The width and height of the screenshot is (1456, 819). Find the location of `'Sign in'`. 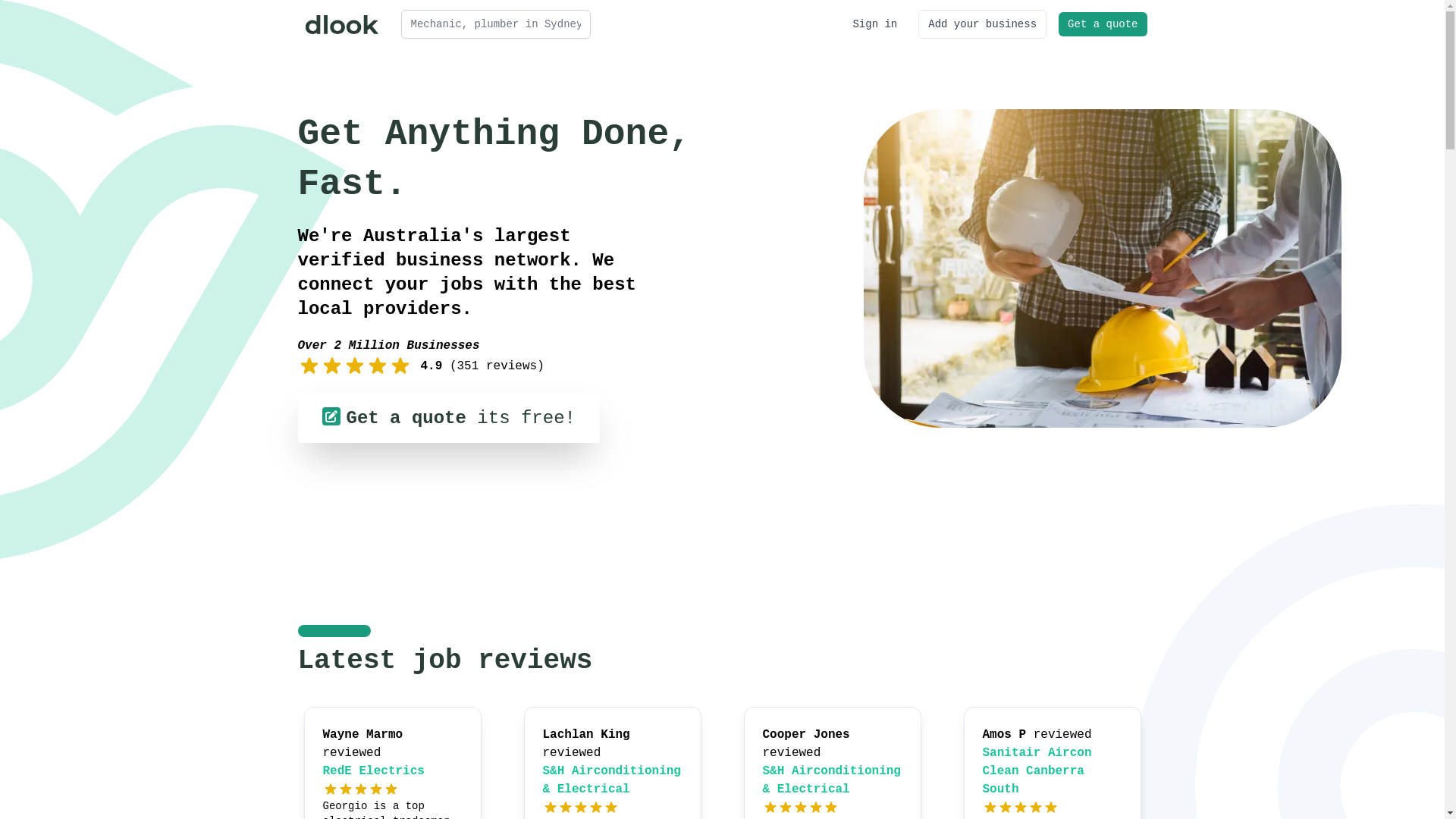

'Sign in' is located at coordinates (874, 24).